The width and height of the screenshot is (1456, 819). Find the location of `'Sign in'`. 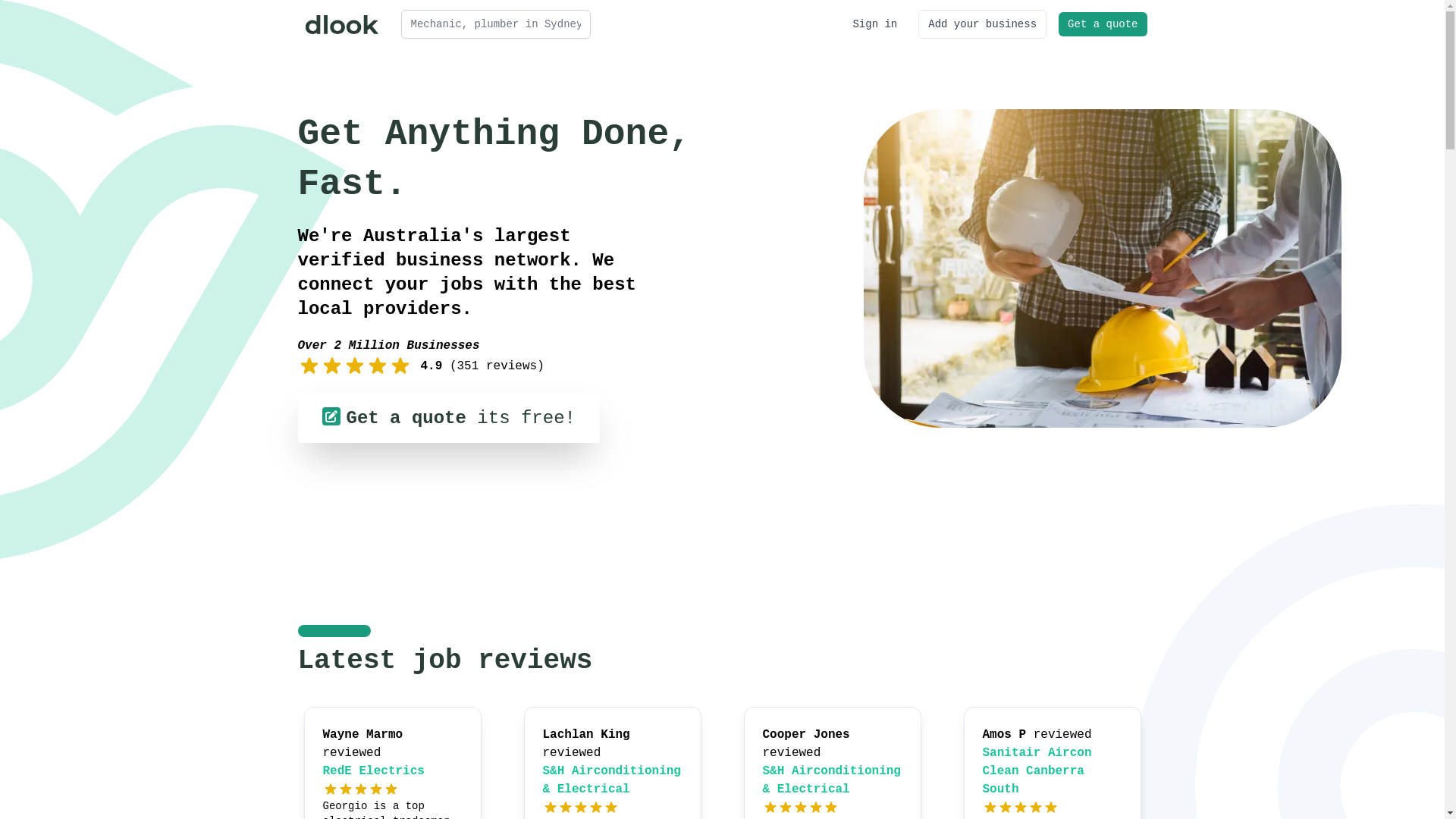

'Sign in' is located at coordinates (874, 24).